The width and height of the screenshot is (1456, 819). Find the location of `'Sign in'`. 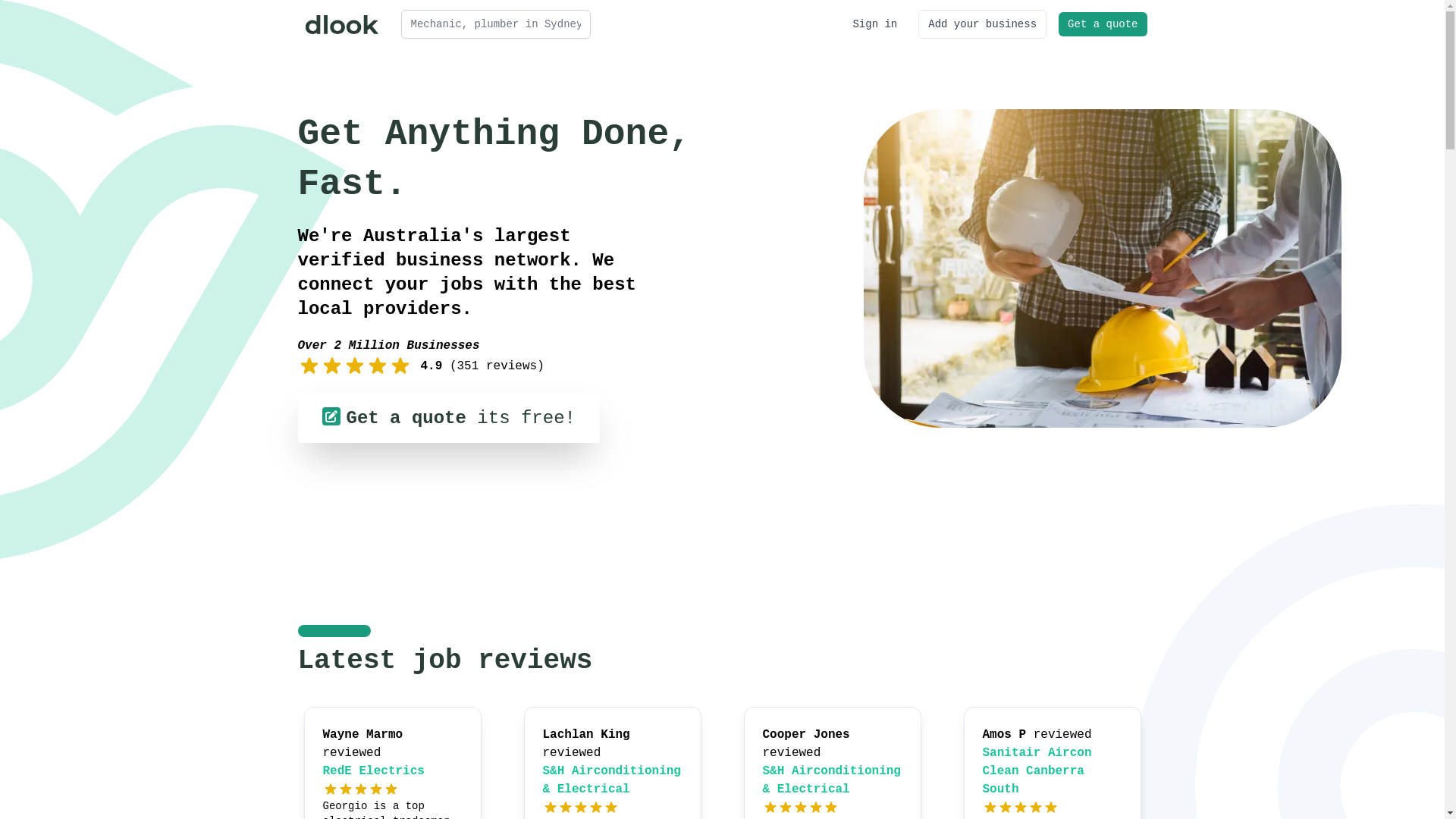

'Sign in' is located at coordinates (874, 24).